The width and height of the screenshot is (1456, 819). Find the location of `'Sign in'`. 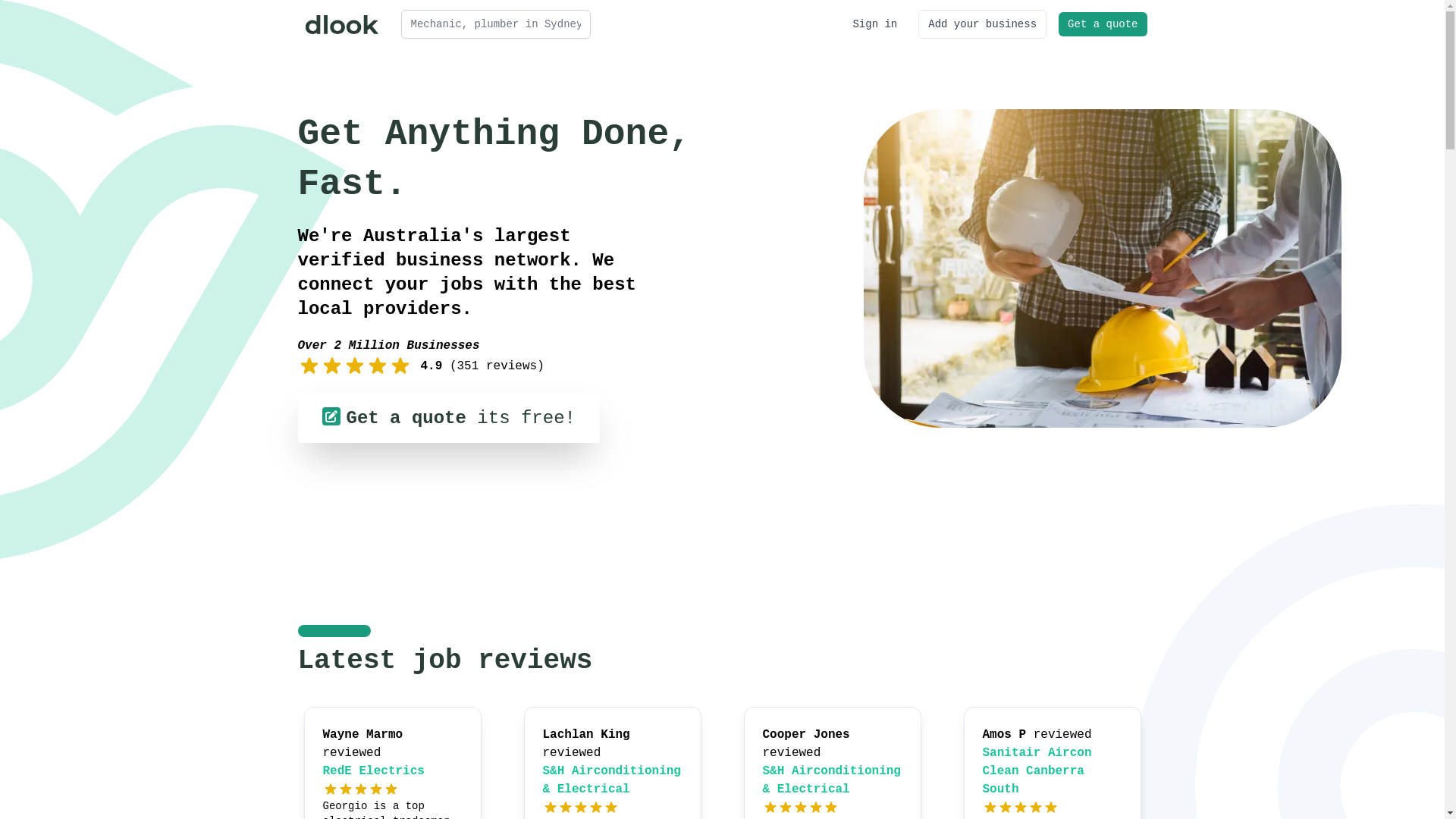

'Sign in' is located at coordinates (874, 24).